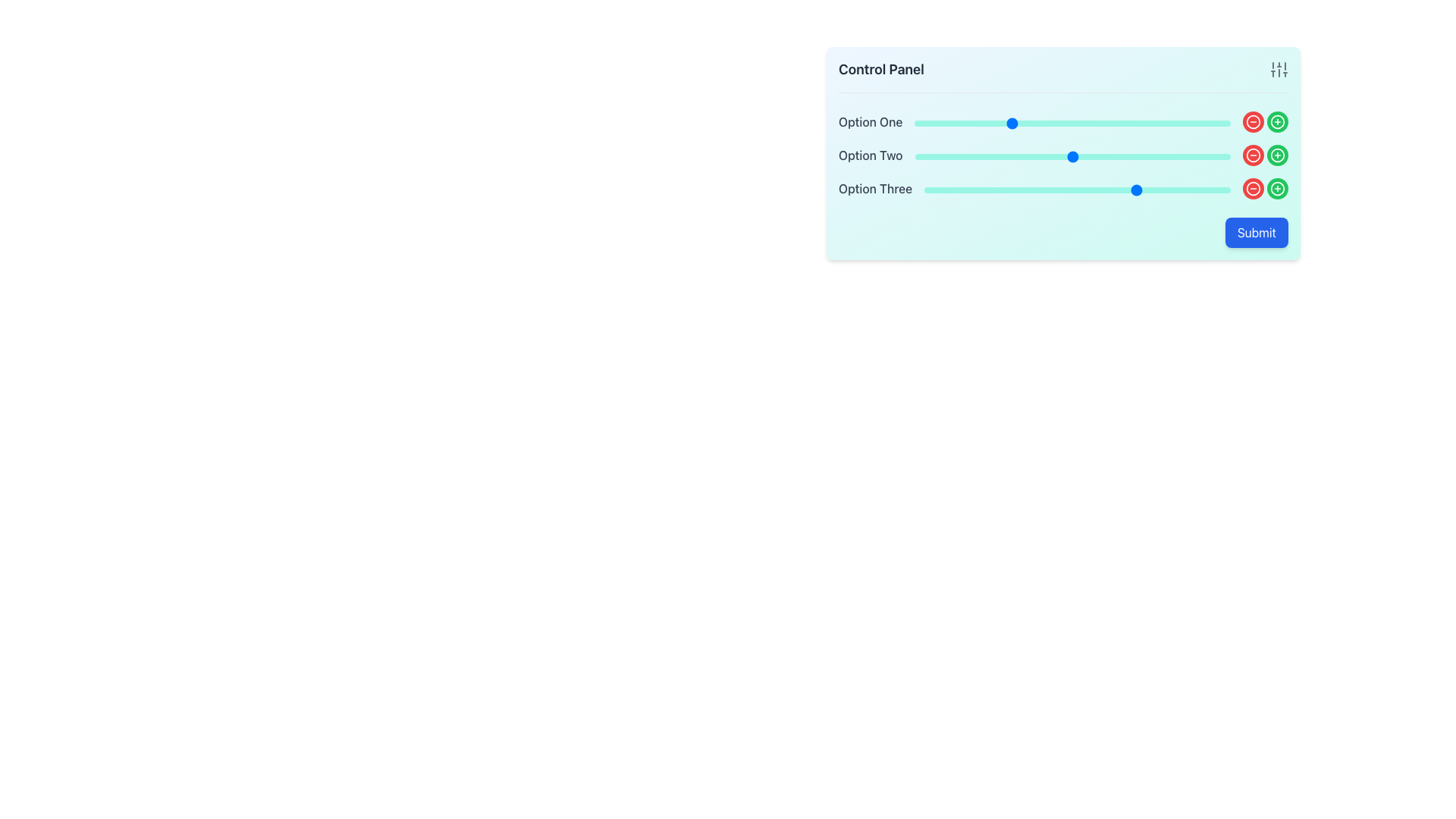  I want to click on the slider value, so click(1105, 189).